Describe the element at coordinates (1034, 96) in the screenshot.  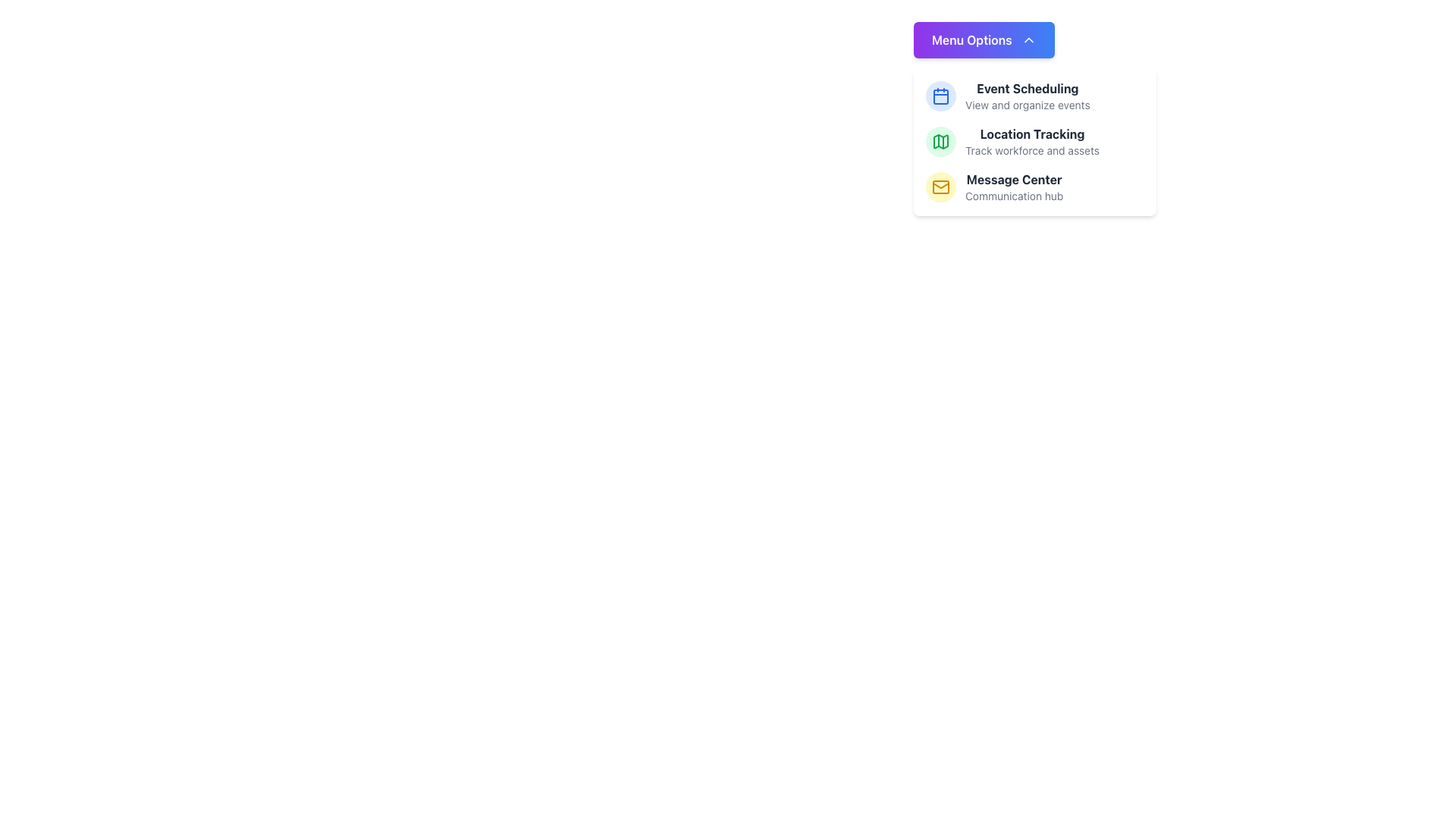
I see `the first menu item under 'Menu Options'` at that location.